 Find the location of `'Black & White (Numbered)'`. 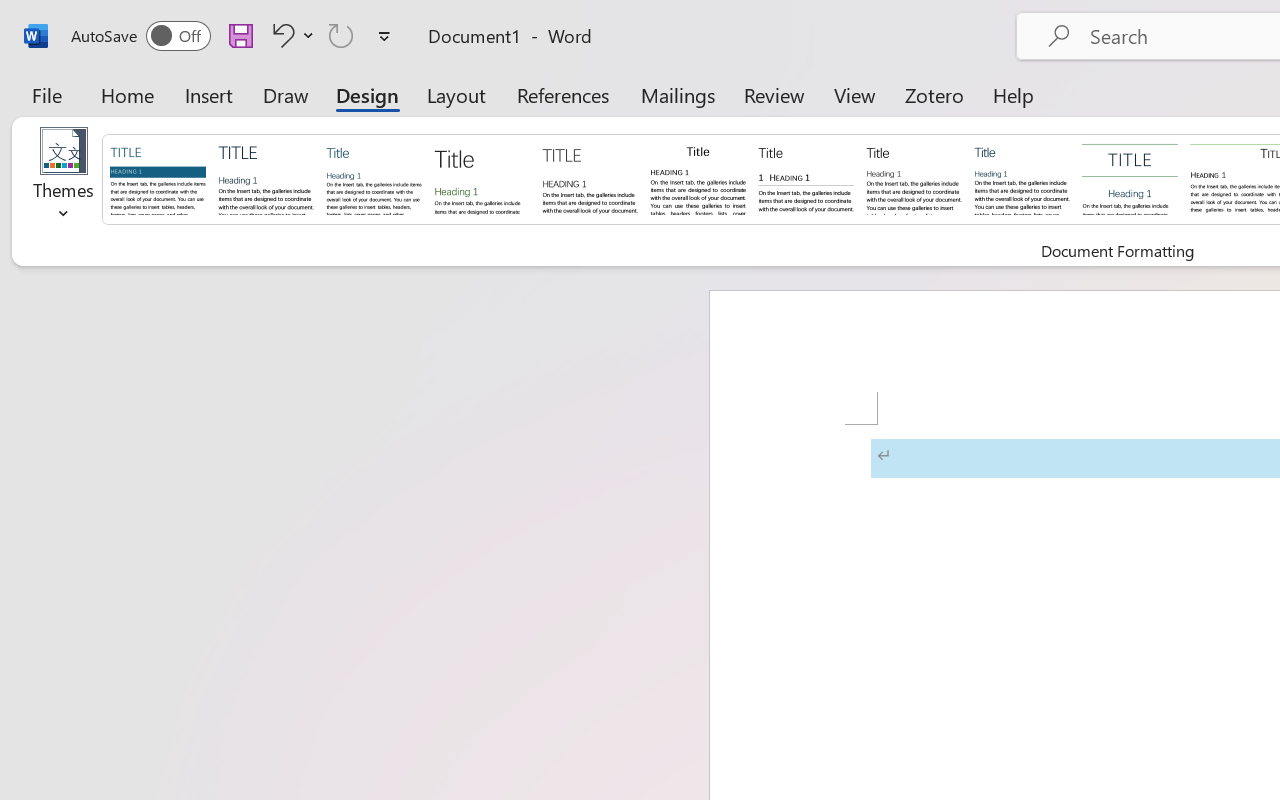

'Black & White (Numbered)' is located at coordinates (806, 177).